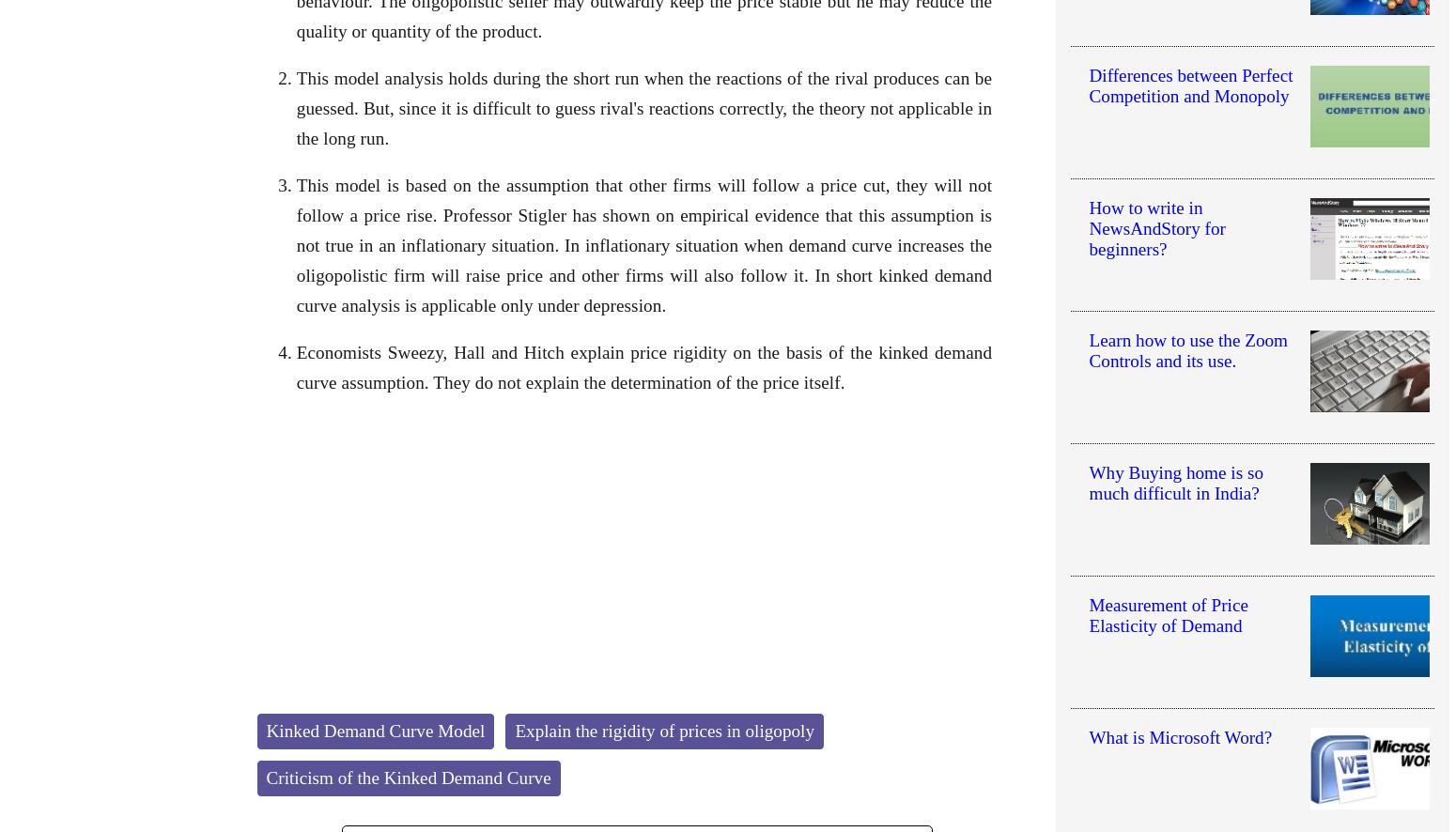 The height and width of the screenshot is (832, 1456). I want to click on 'Economists Sweezy, Hall and Hitch explain price rigidity on the basis of the kinked demand curve assumption. They do not explain the determination of the price itself.', so click(643, 366).